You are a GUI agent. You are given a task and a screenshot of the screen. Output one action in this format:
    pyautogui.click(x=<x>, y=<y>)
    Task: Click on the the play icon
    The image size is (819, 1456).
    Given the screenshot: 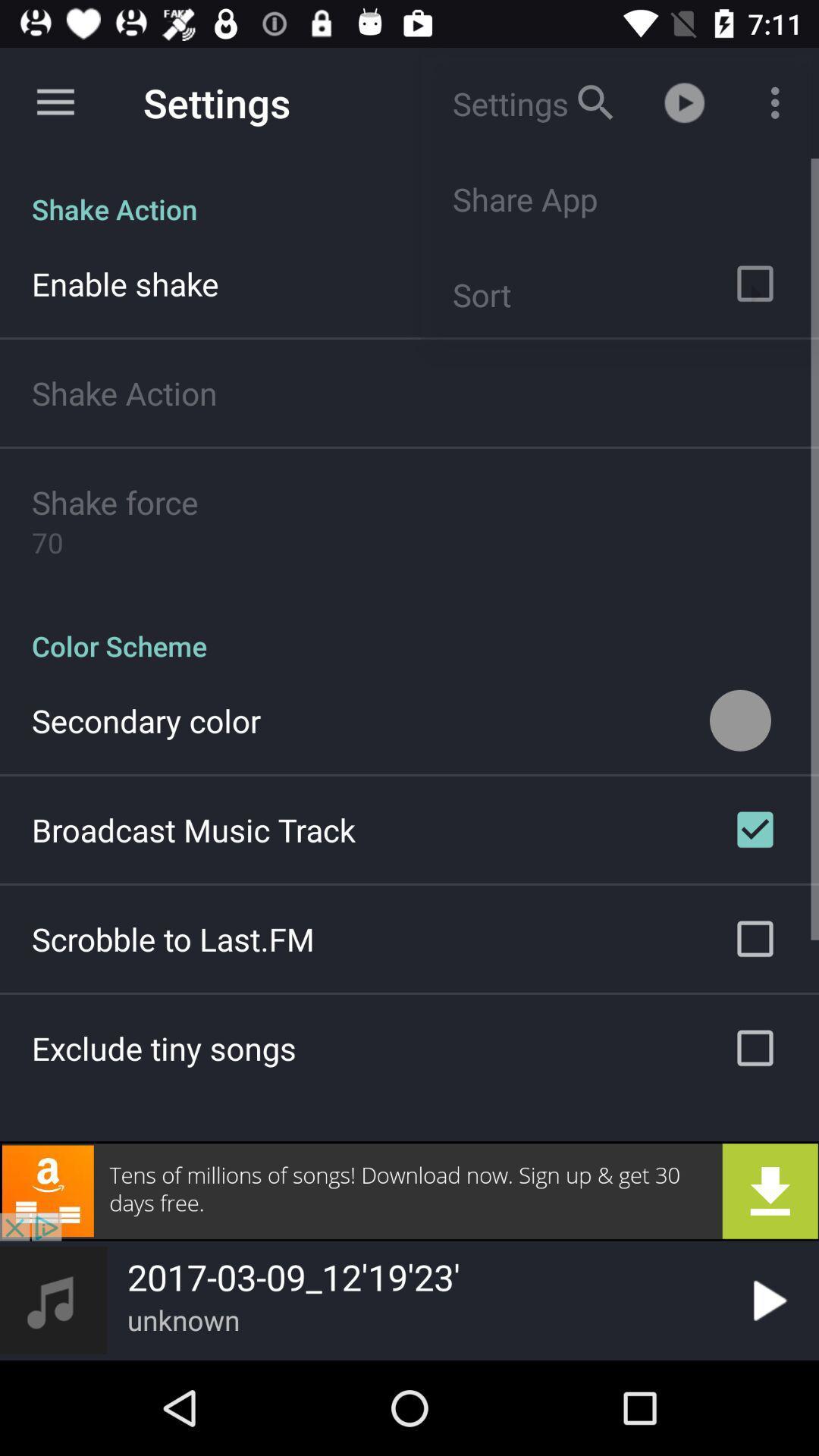 What is the action you would take?
    pyautogui.click(x=767, y=1300)
    